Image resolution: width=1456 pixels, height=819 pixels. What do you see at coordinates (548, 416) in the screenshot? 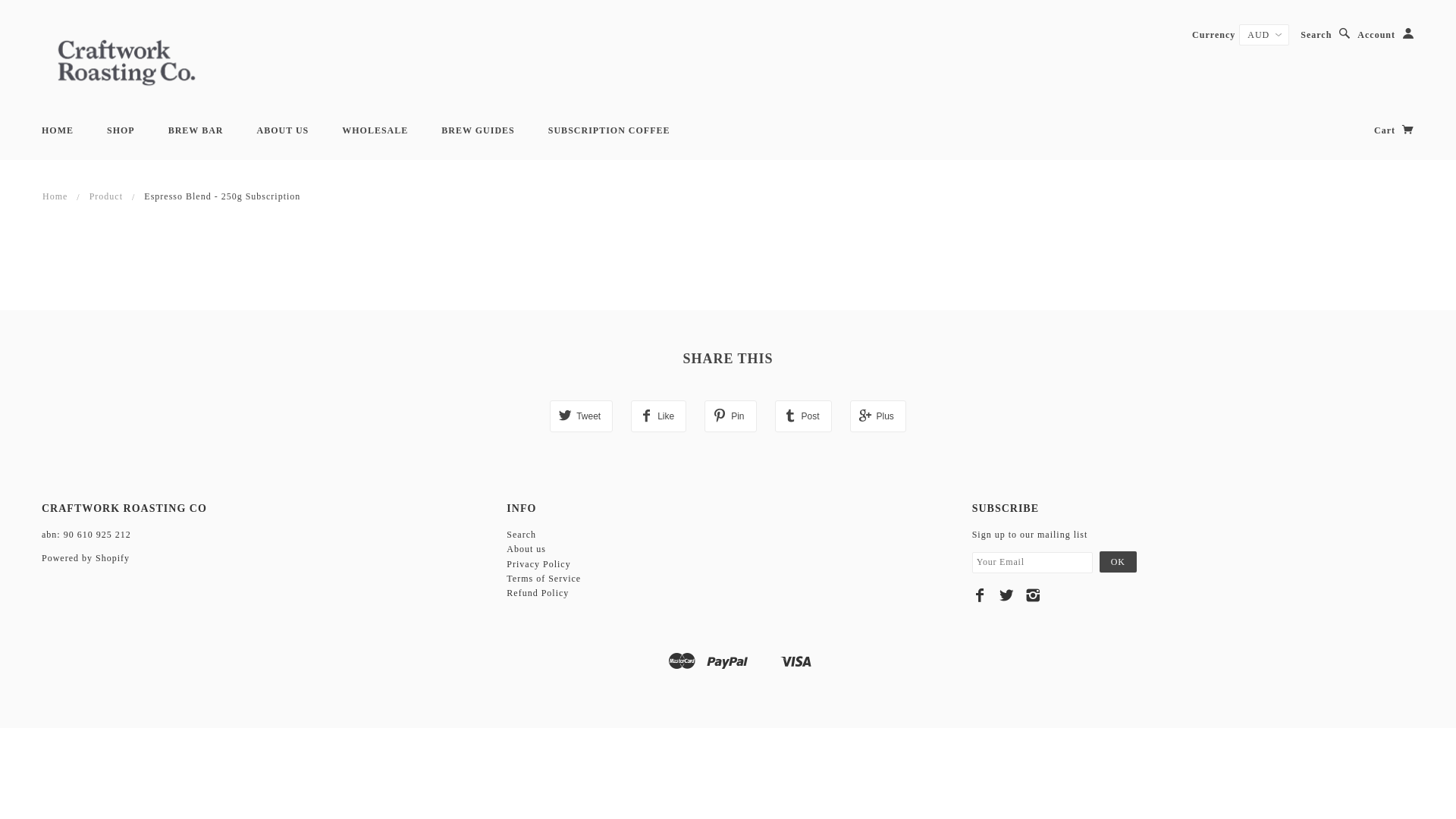
I see `'Tweet'` at bounding box center [548, 416].